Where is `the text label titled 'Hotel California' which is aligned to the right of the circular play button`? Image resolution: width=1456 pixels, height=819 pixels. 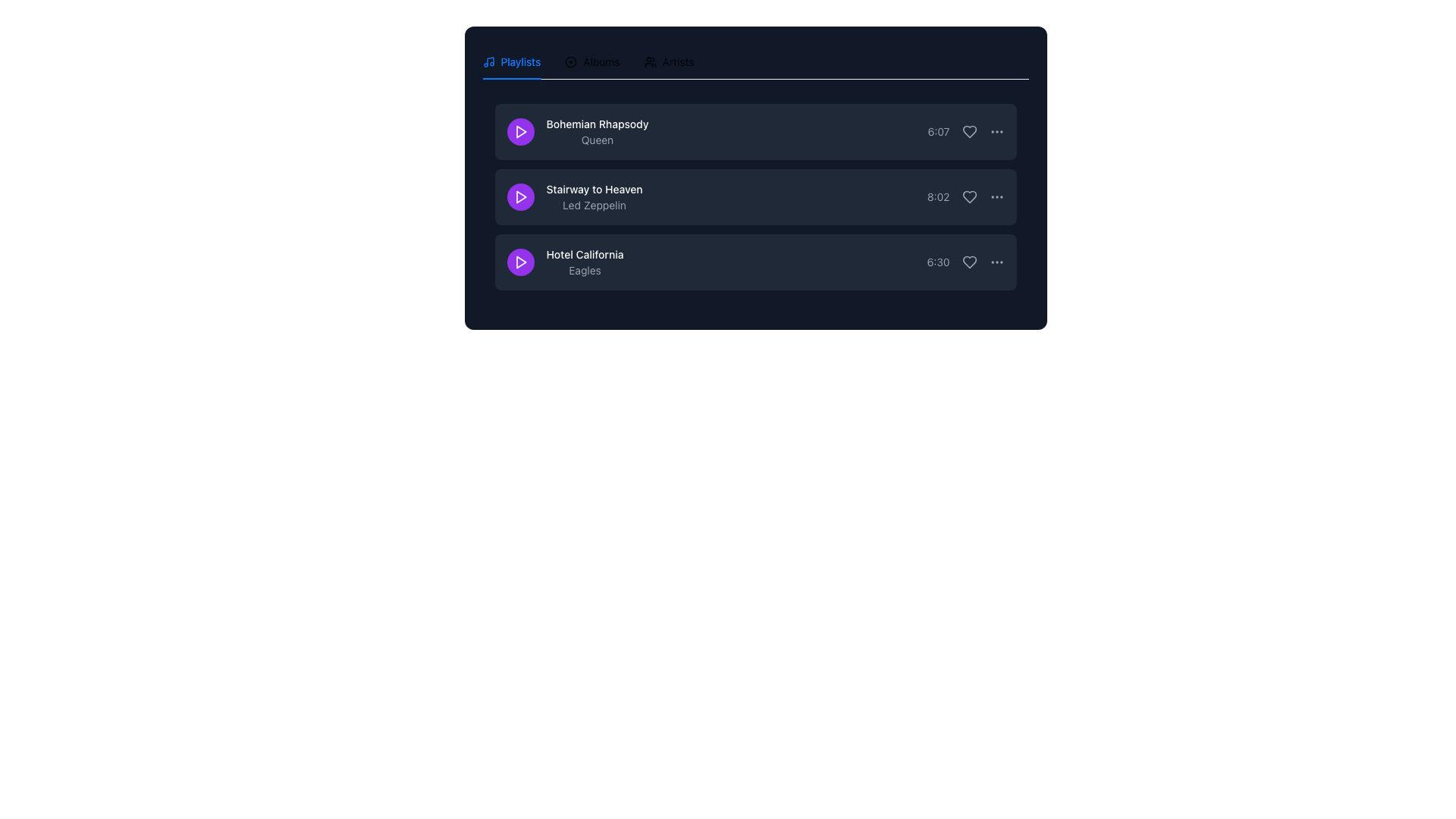 the text label titled 'Hotel California' which is aligned to the right of the circular play button is located at coordinates (564, 262).